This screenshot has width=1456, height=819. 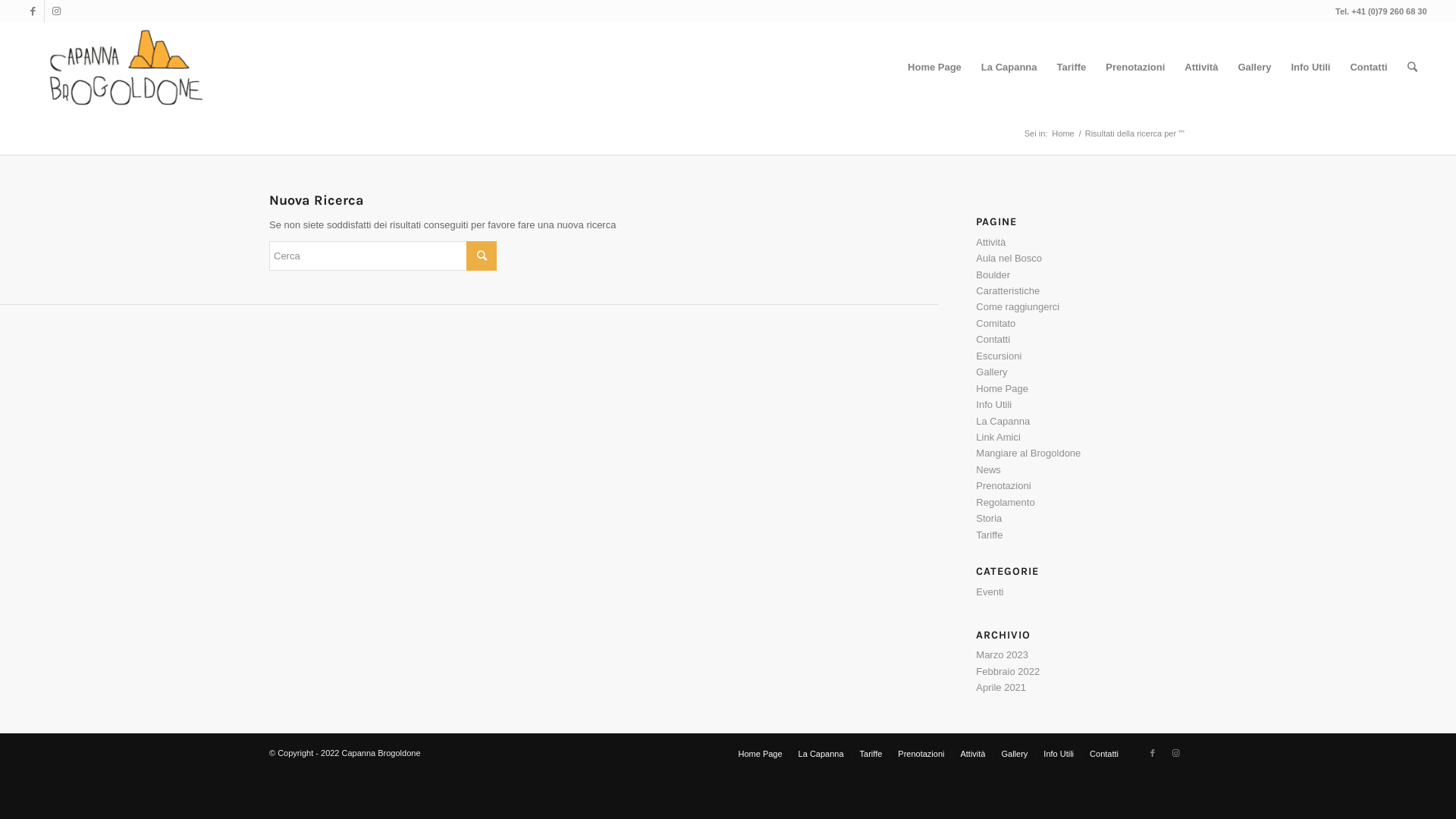 What do you see at coordinates (1058, 754) in the screenshot?
I see `'Info Utili'` at bounding box center [1058, 754].